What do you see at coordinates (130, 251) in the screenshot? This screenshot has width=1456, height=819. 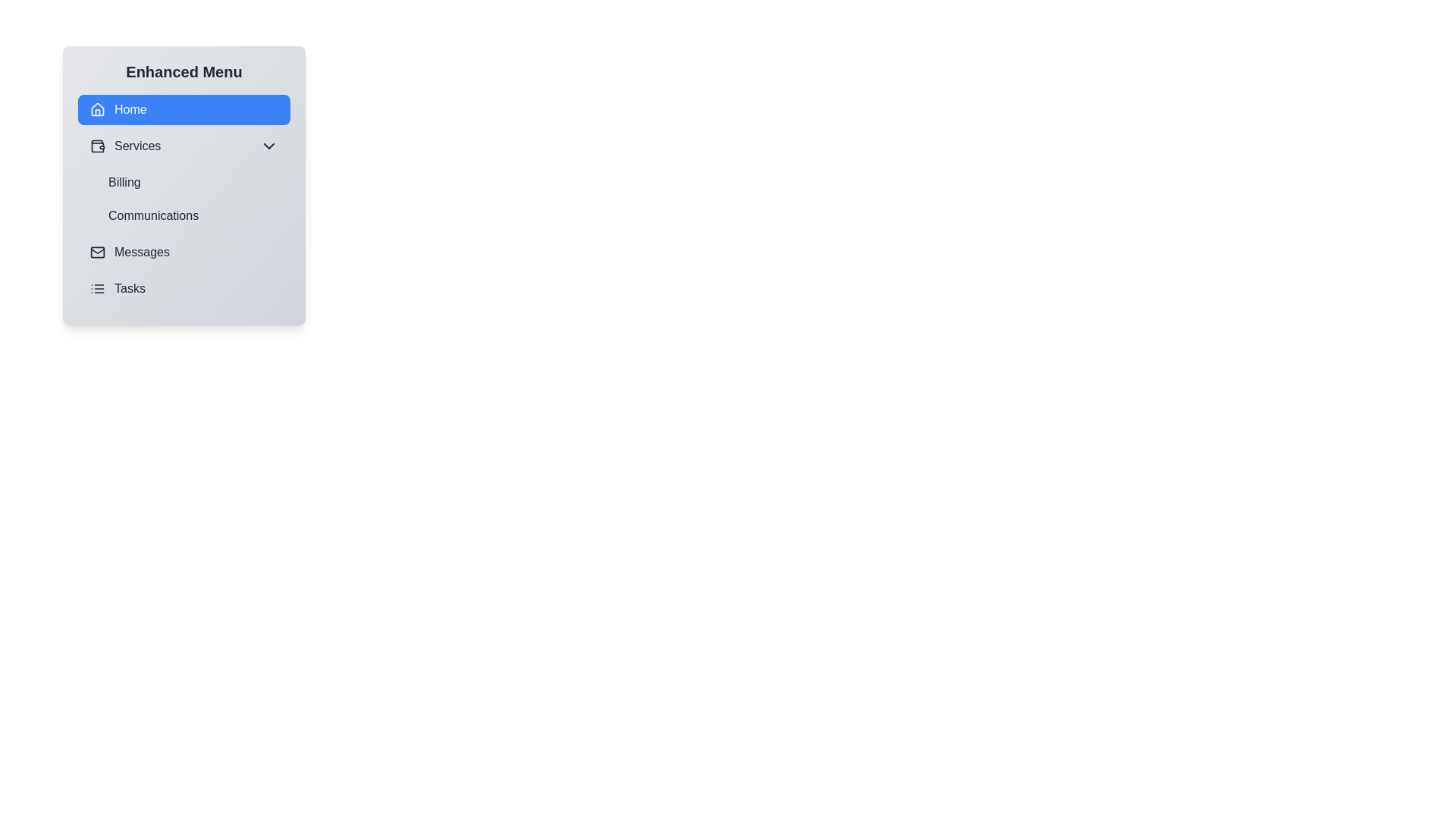 I see `the fourth menu item in the left sidebar` at bounding box center [130, 251].